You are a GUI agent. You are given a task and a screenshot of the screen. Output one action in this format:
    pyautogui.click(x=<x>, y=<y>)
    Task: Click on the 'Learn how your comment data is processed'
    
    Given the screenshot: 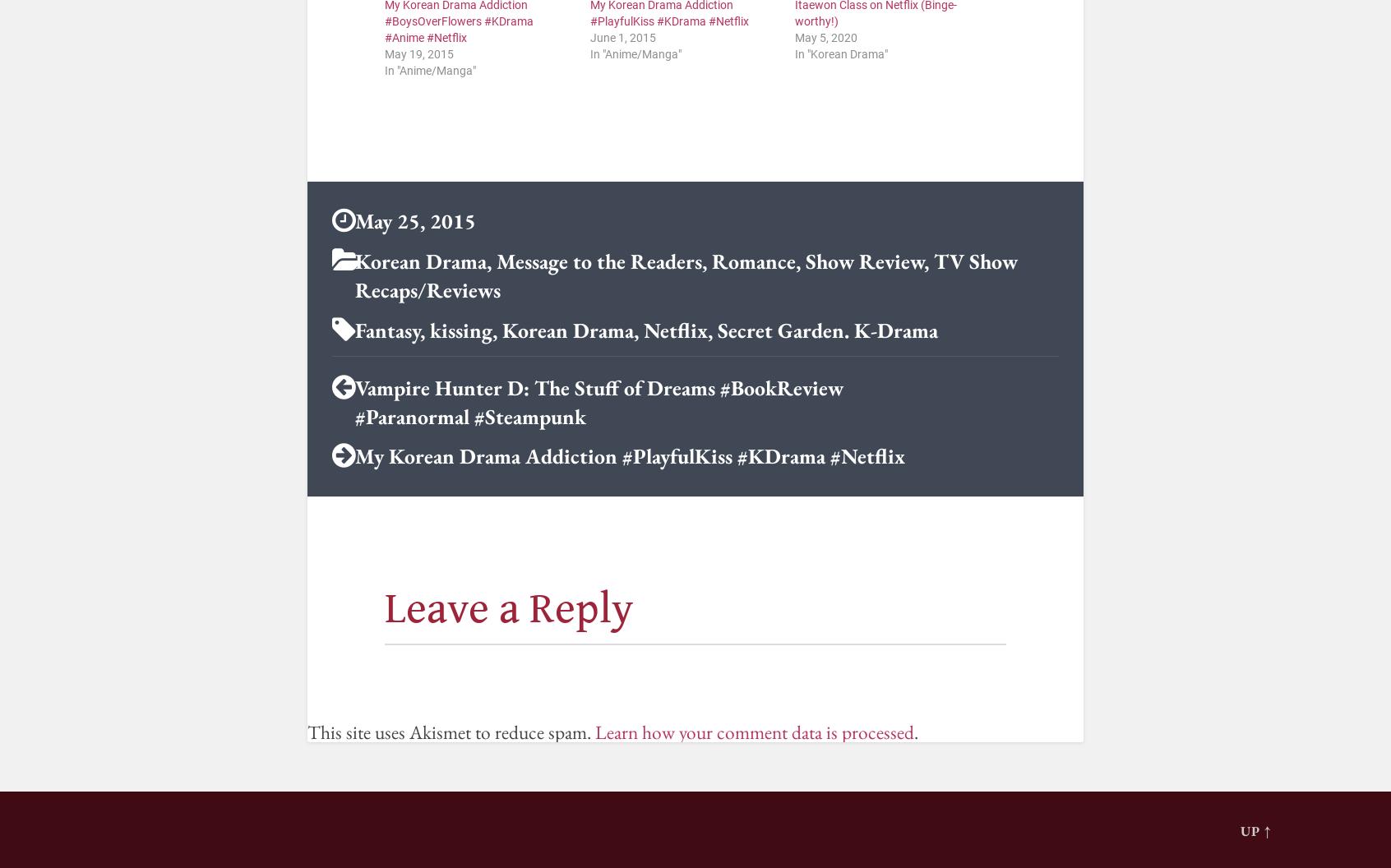 What is the action you would take?
    pyautogui.click(x=755, y=731)
    